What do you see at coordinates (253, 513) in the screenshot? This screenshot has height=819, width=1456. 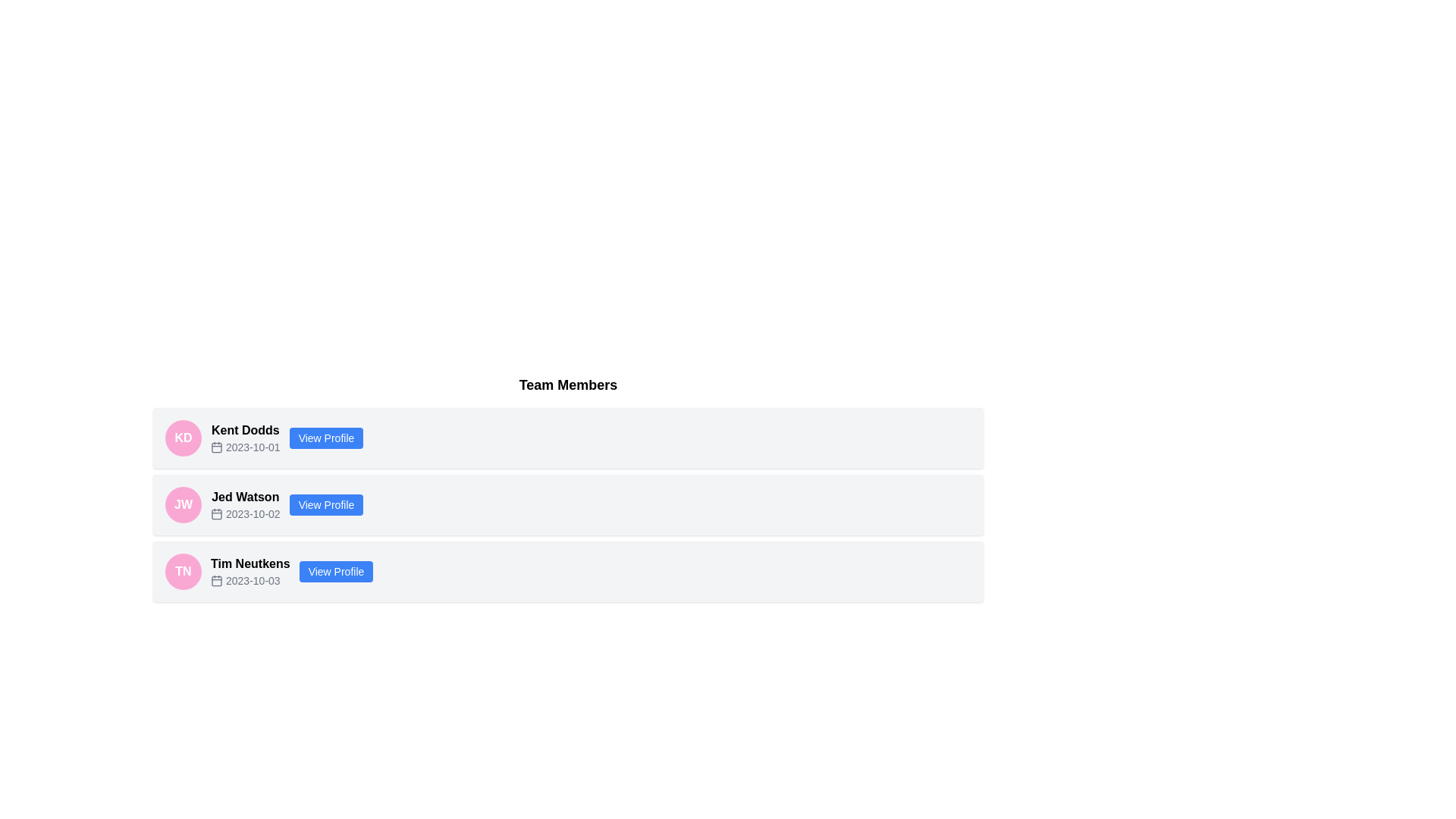 I see `the date label '2023-10-02' displayed in a minimalistic font style, right-aligned next to the calendar icon in the 'Team Members' list for user 'Jed Watson'` at bounding box center [253, 513].